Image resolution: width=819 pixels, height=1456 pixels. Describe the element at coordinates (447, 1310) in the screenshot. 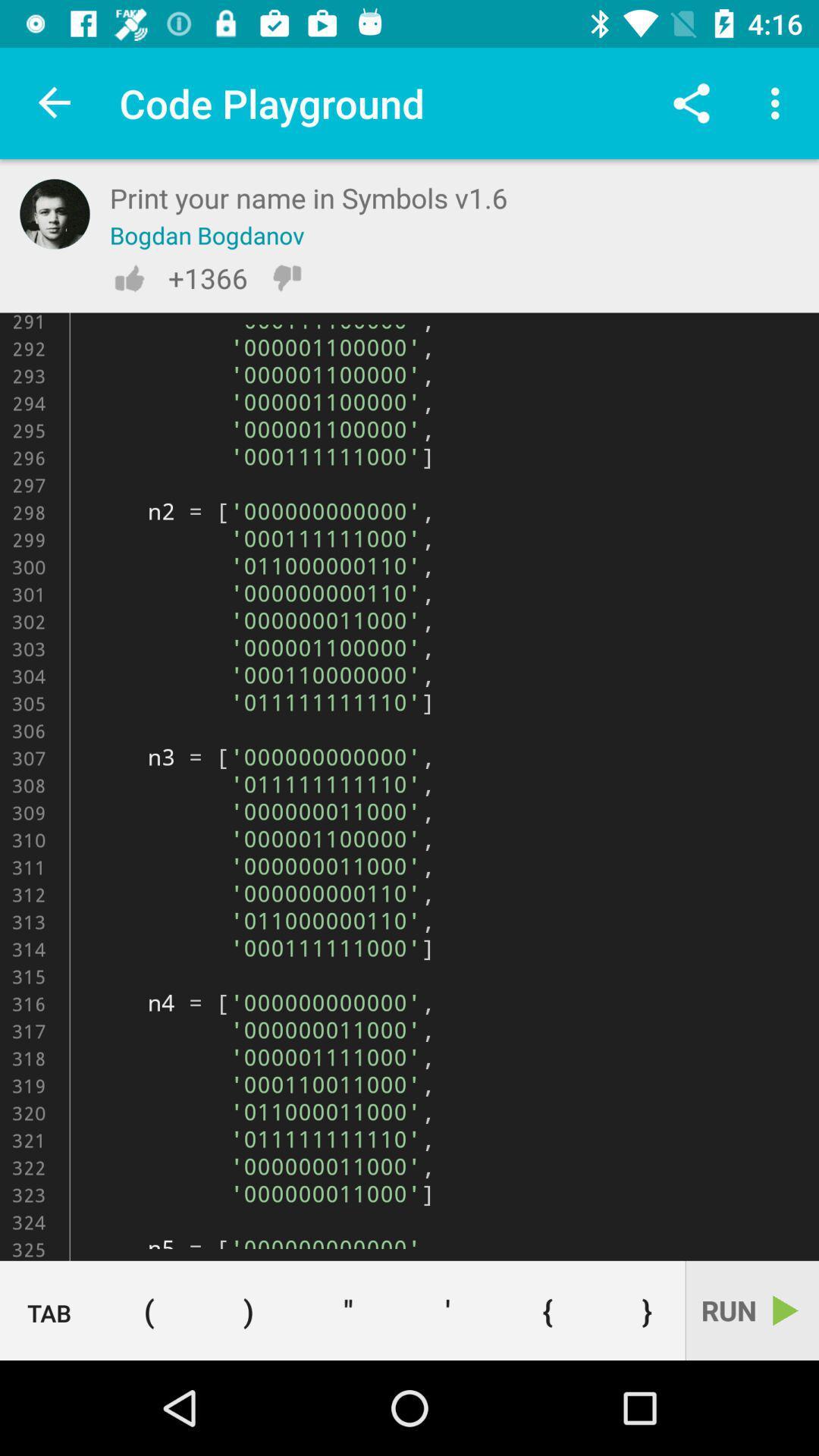

I see `icon` at that location.